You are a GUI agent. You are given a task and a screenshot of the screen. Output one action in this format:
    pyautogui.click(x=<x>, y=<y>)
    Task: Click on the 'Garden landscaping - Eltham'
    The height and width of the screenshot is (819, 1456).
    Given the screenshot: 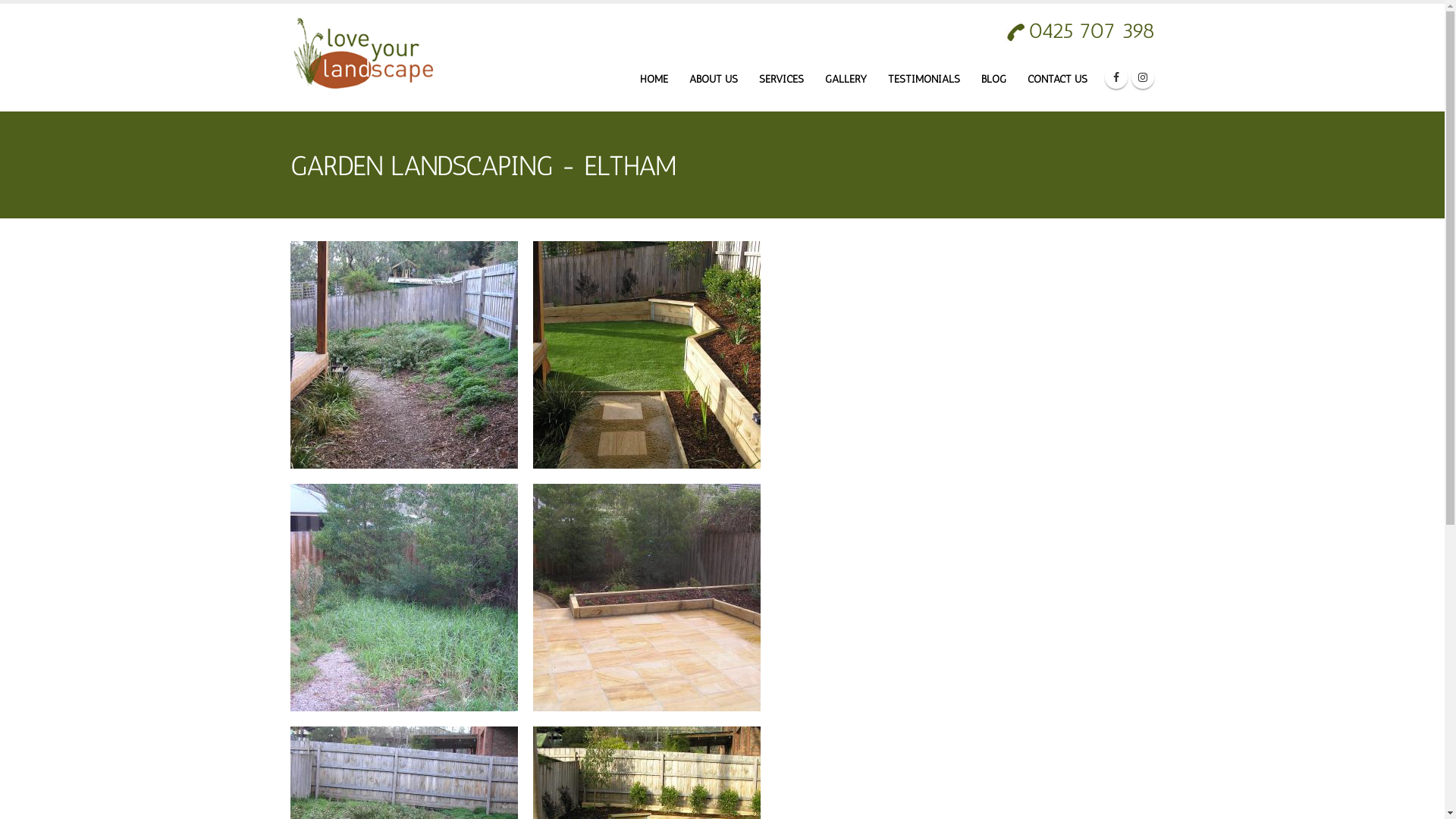 What is the action you would take?
    pyautogui.click(x=403, y=354)
    